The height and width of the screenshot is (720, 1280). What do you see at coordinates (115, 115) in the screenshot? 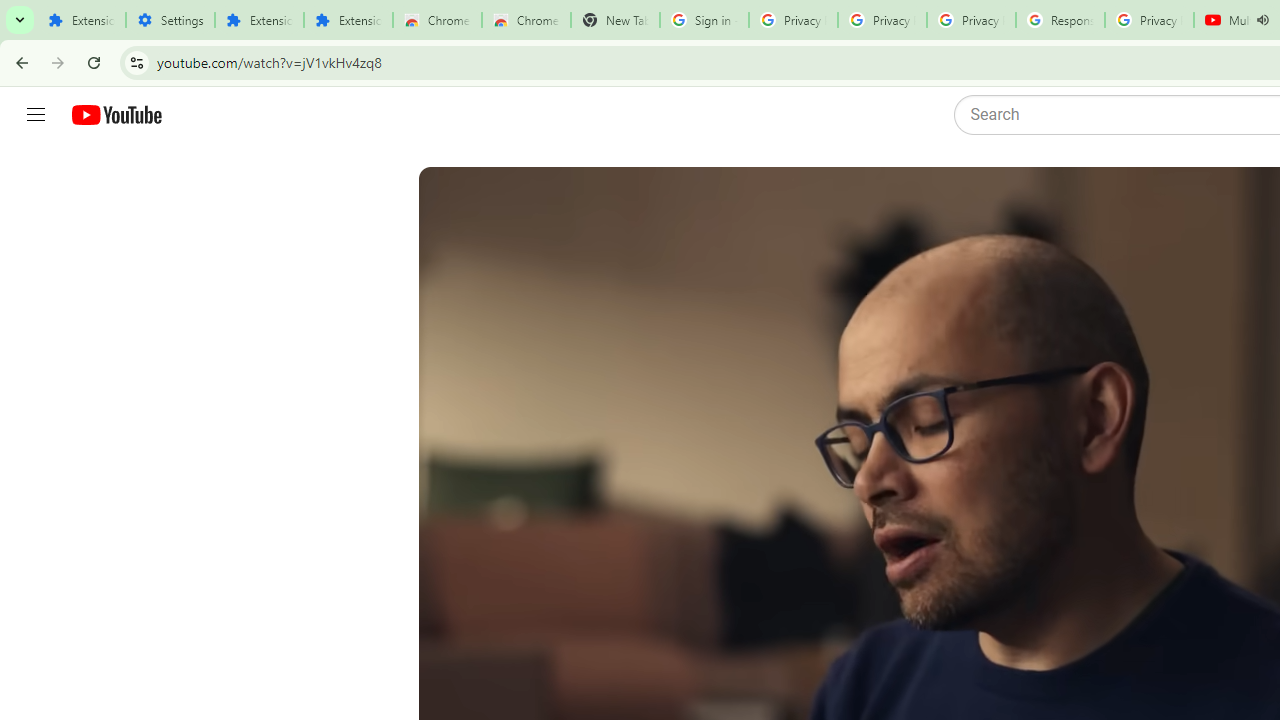
I see `'YouTube Home'` at bounding box center [115, 115].